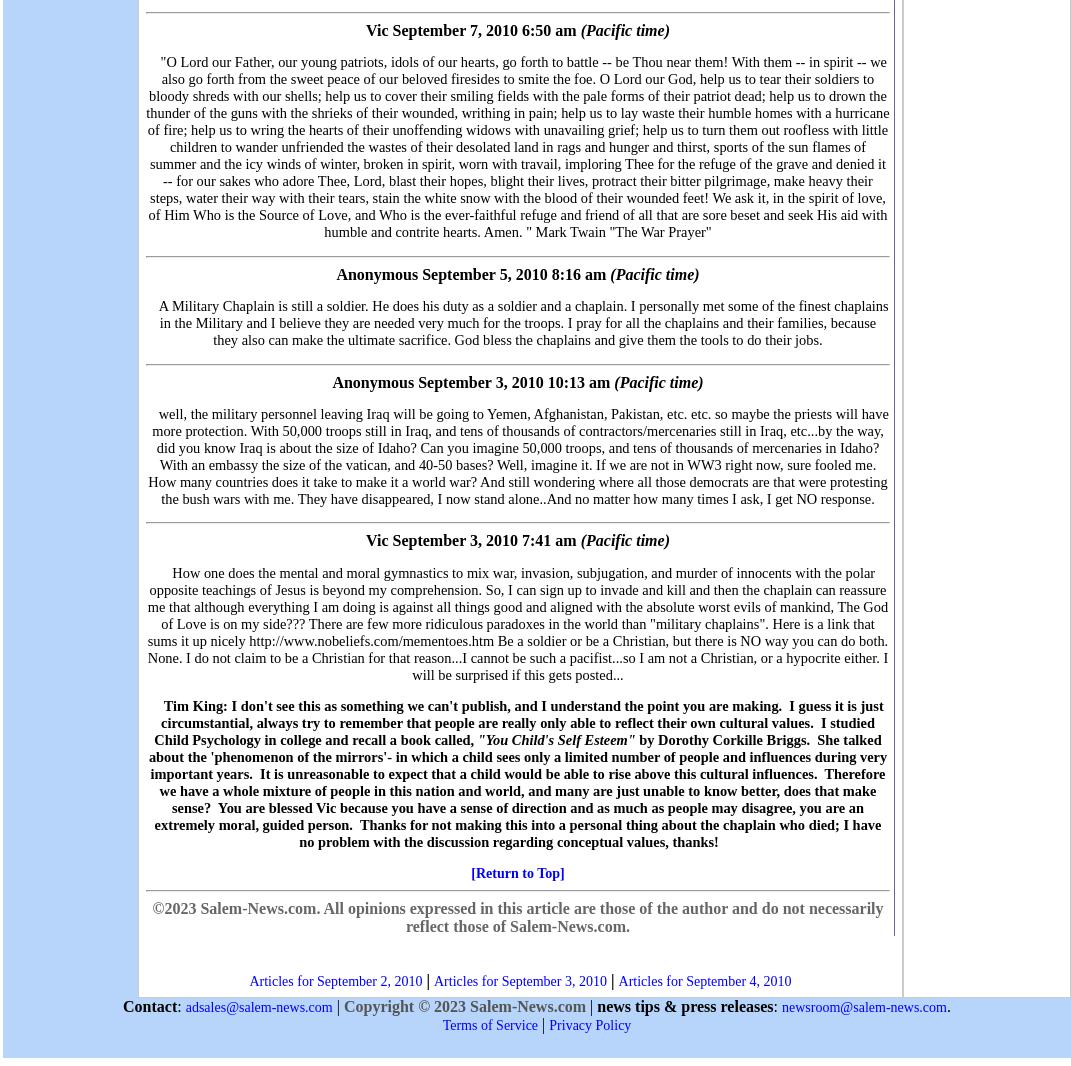 This screenshot has width=1071, height=1066. What do you see at coordinates (471, 29) in the screenshot?
I see `'Vic September 7, 2010 6:50 am'` at bounding box center [471, 29].